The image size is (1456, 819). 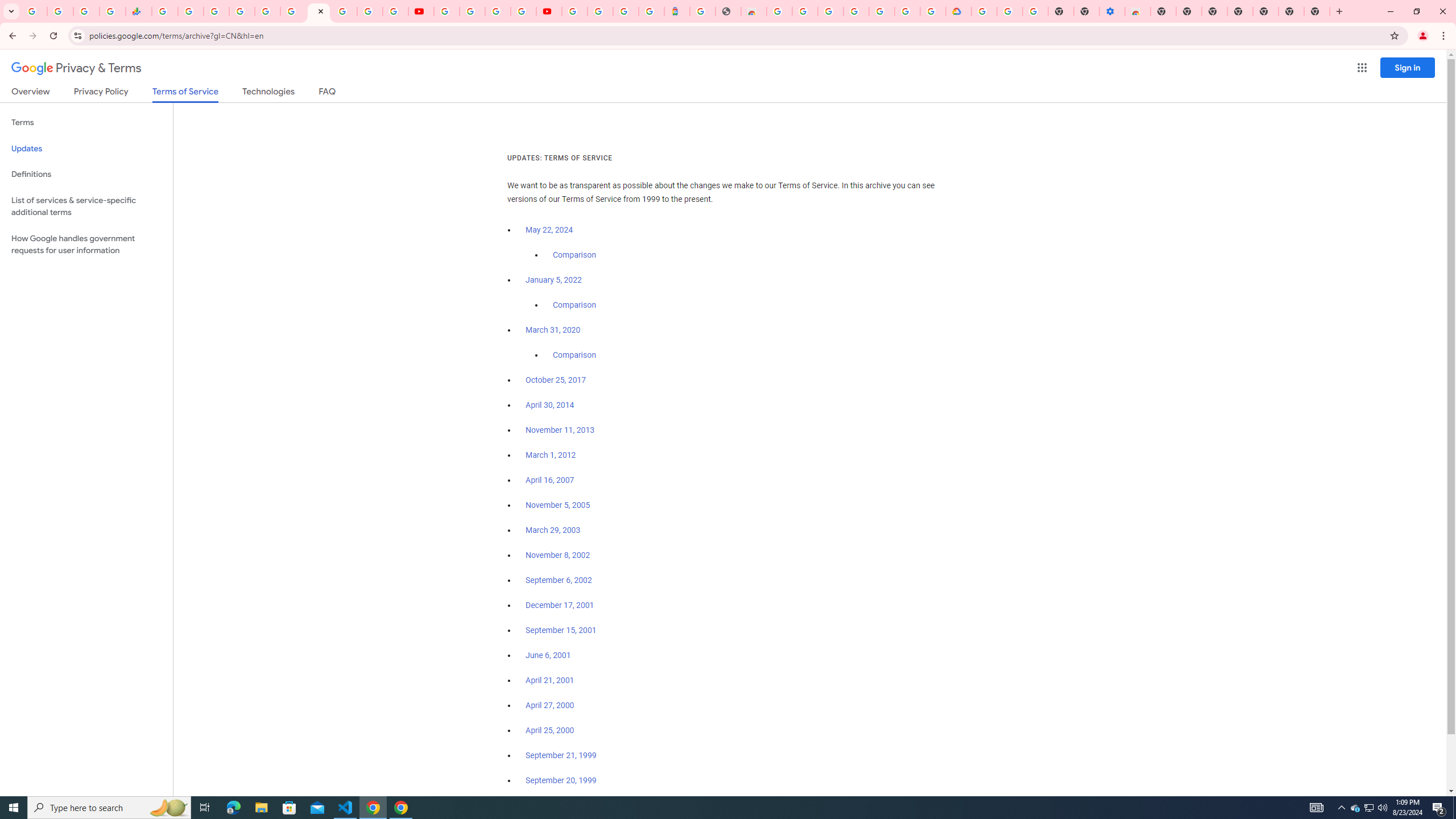 I want to click on 'Atour Hotel - Google hotels', so click(x=677, y=11).